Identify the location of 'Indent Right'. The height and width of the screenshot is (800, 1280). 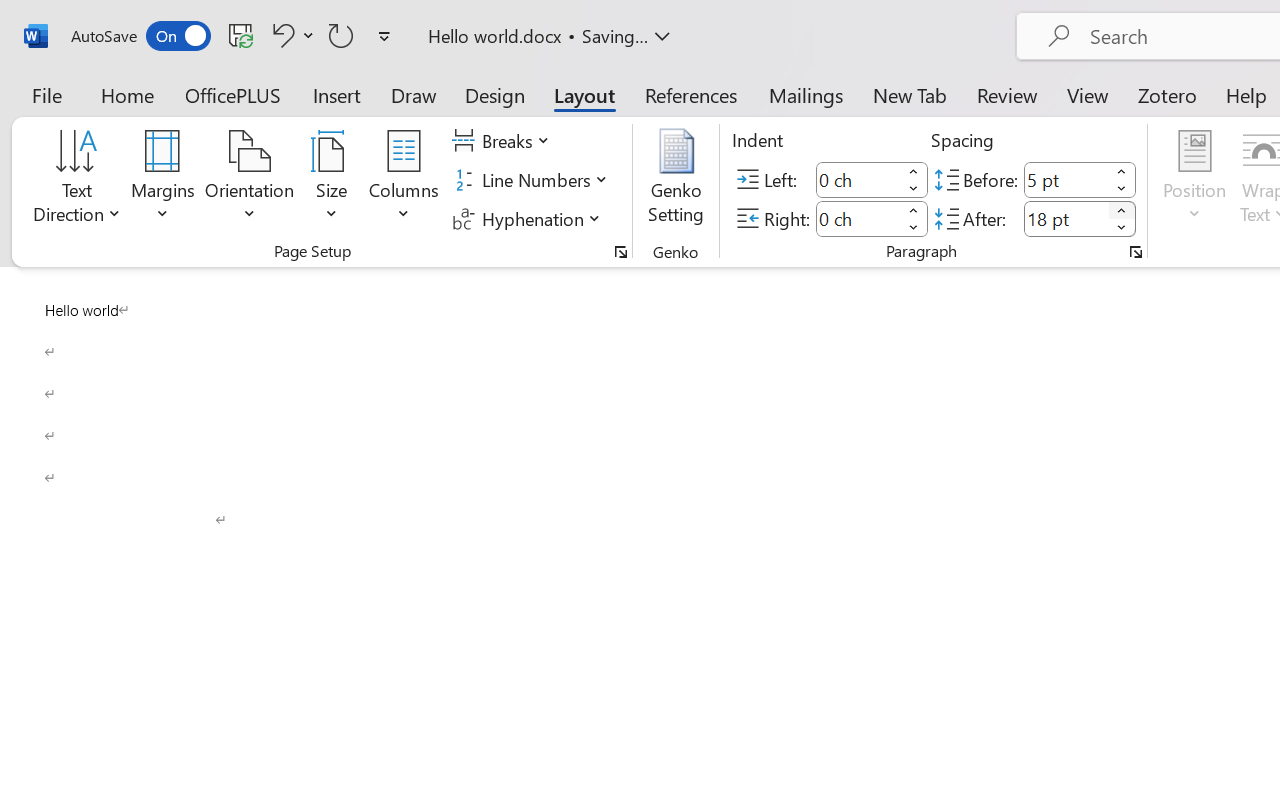
(858, 218).